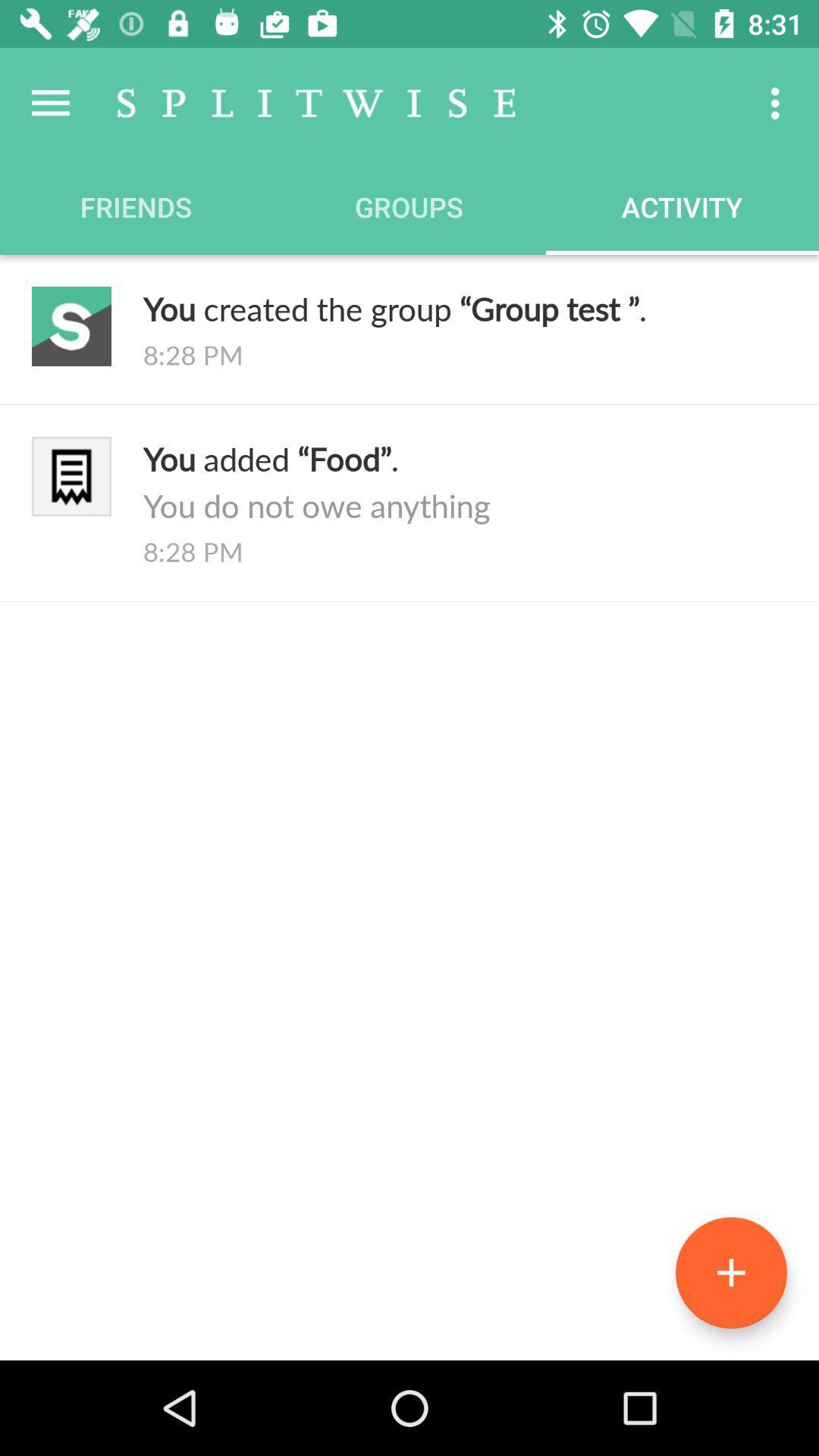 The width and height of the screenshot is (819, 1456). What do you see at coordinates (730, 1272) in the screenshot?
I see `the add icon` at bounding box center [730, 1272].